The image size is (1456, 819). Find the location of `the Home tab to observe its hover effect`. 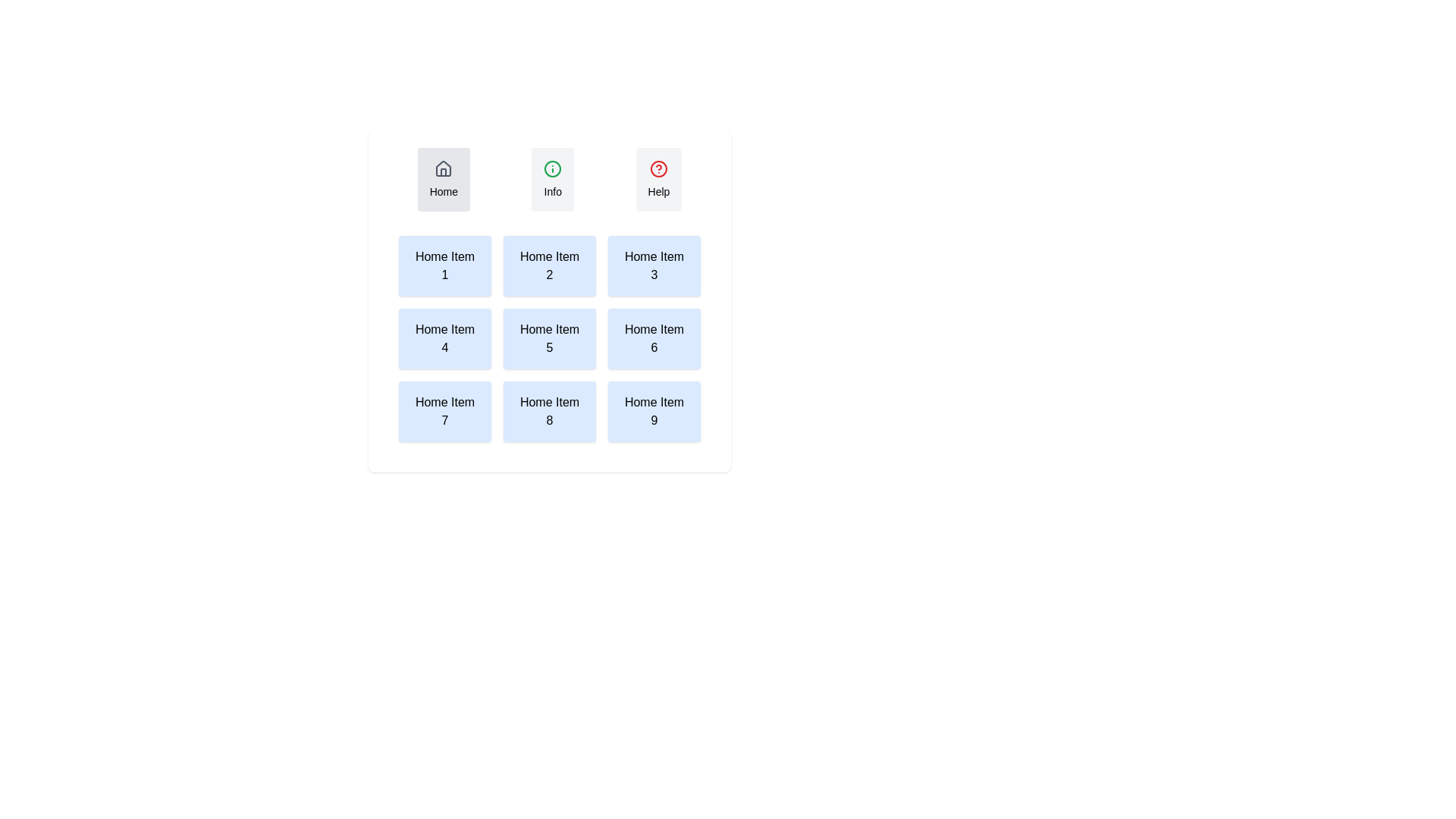

the Home tab to observe its hover effect is located at coordinates (443, 178).